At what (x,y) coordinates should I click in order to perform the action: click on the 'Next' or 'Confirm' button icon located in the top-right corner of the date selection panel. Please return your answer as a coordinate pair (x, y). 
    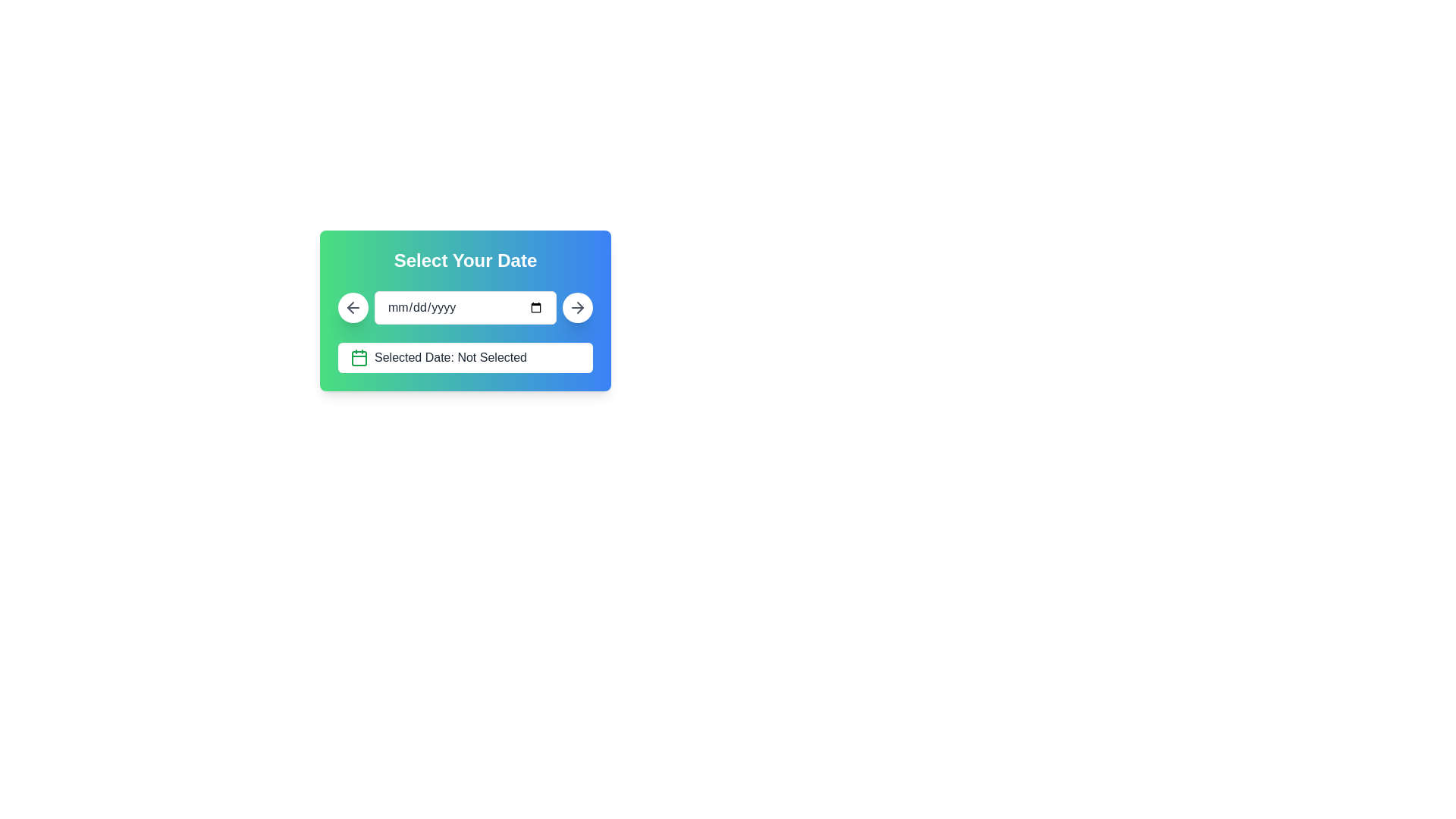
    Looking at the image, I should click on (577, 307).